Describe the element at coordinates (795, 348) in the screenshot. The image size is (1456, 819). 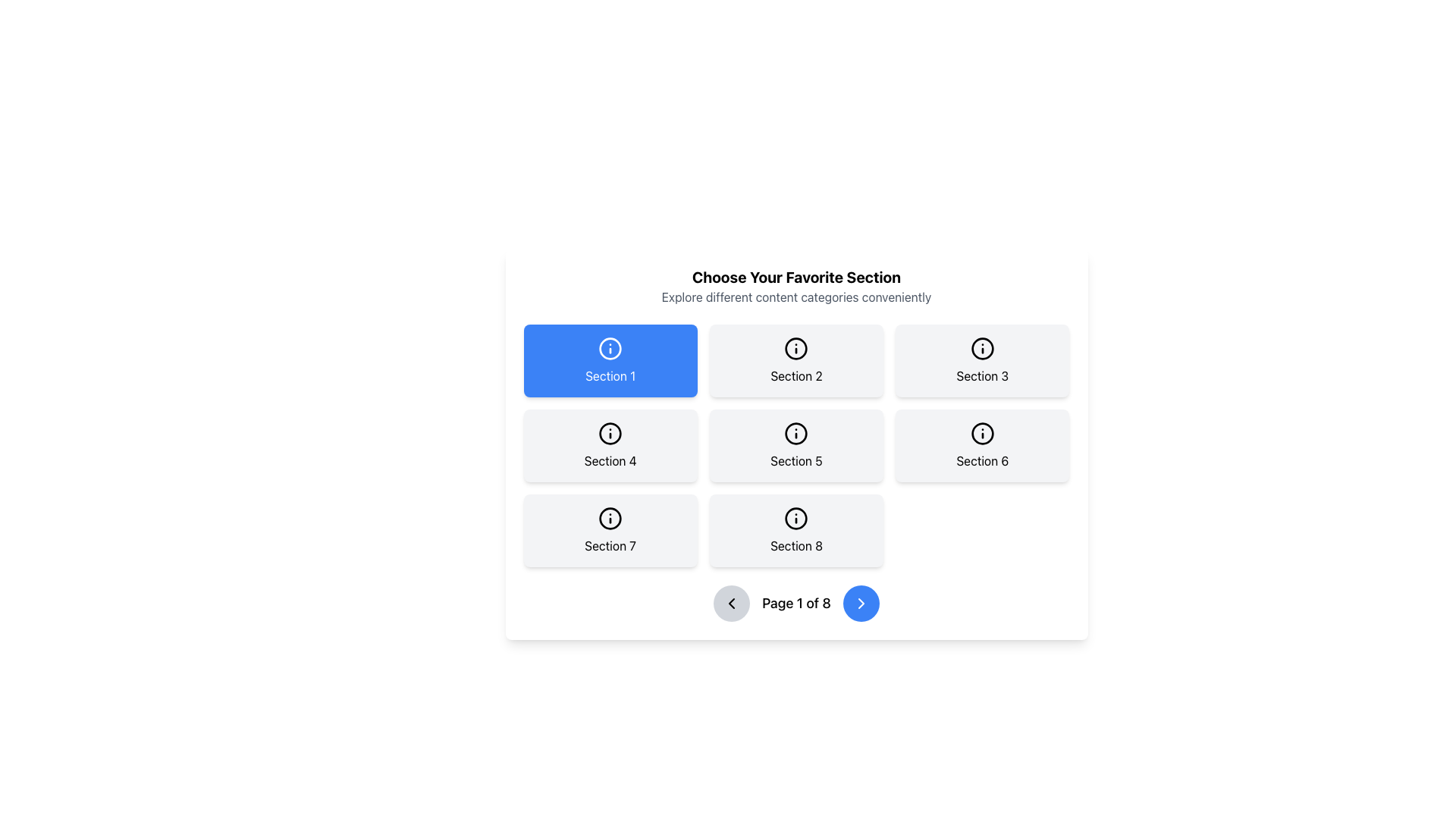
I see `the circular information icon with a hollow border and 'i' symbol located in Section 2, positioned in the second row and second column of the grid` at that location.